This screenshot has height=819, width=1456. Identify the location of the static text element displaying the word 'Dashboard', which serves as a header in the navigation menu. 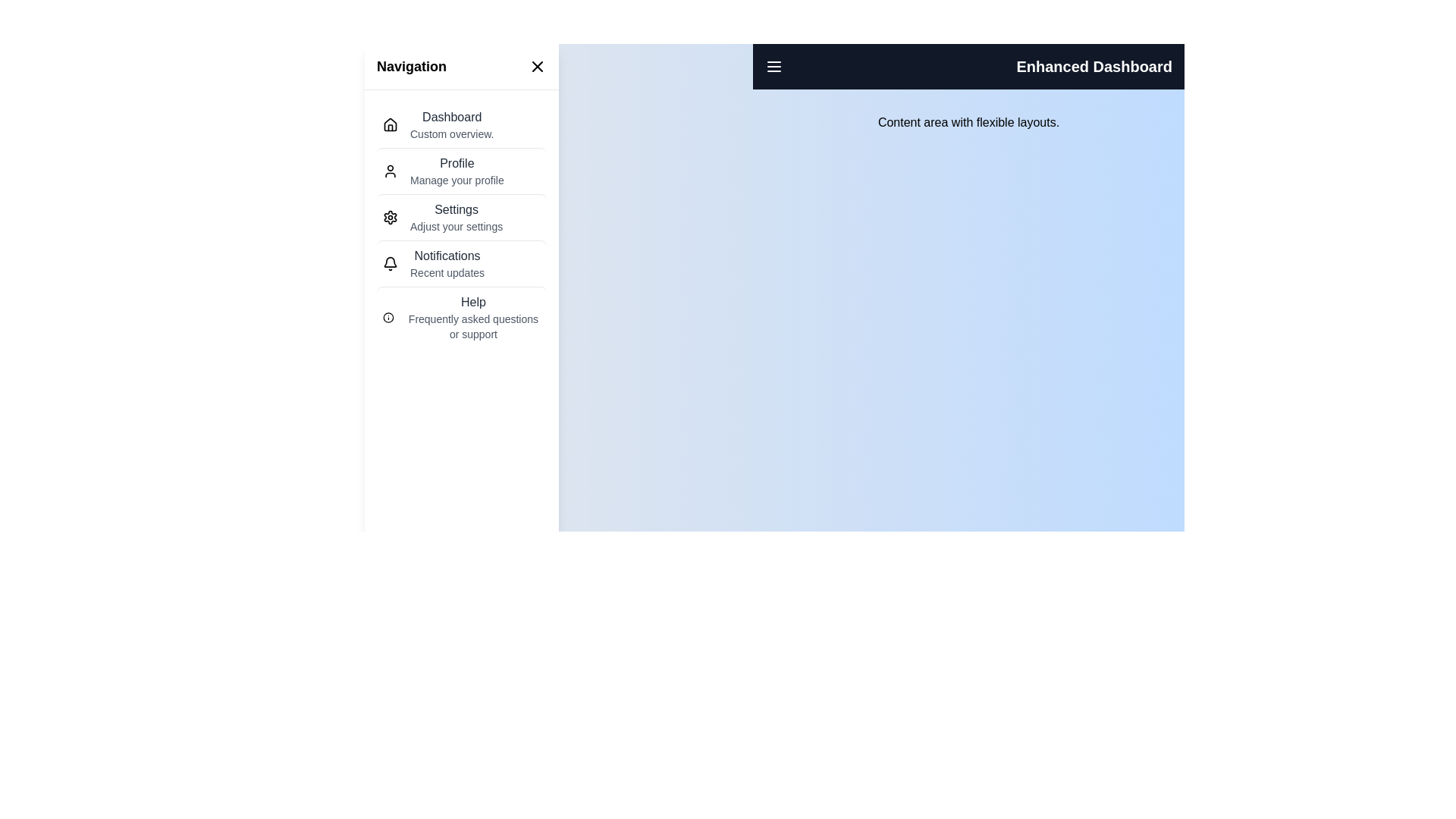
(451, 116).